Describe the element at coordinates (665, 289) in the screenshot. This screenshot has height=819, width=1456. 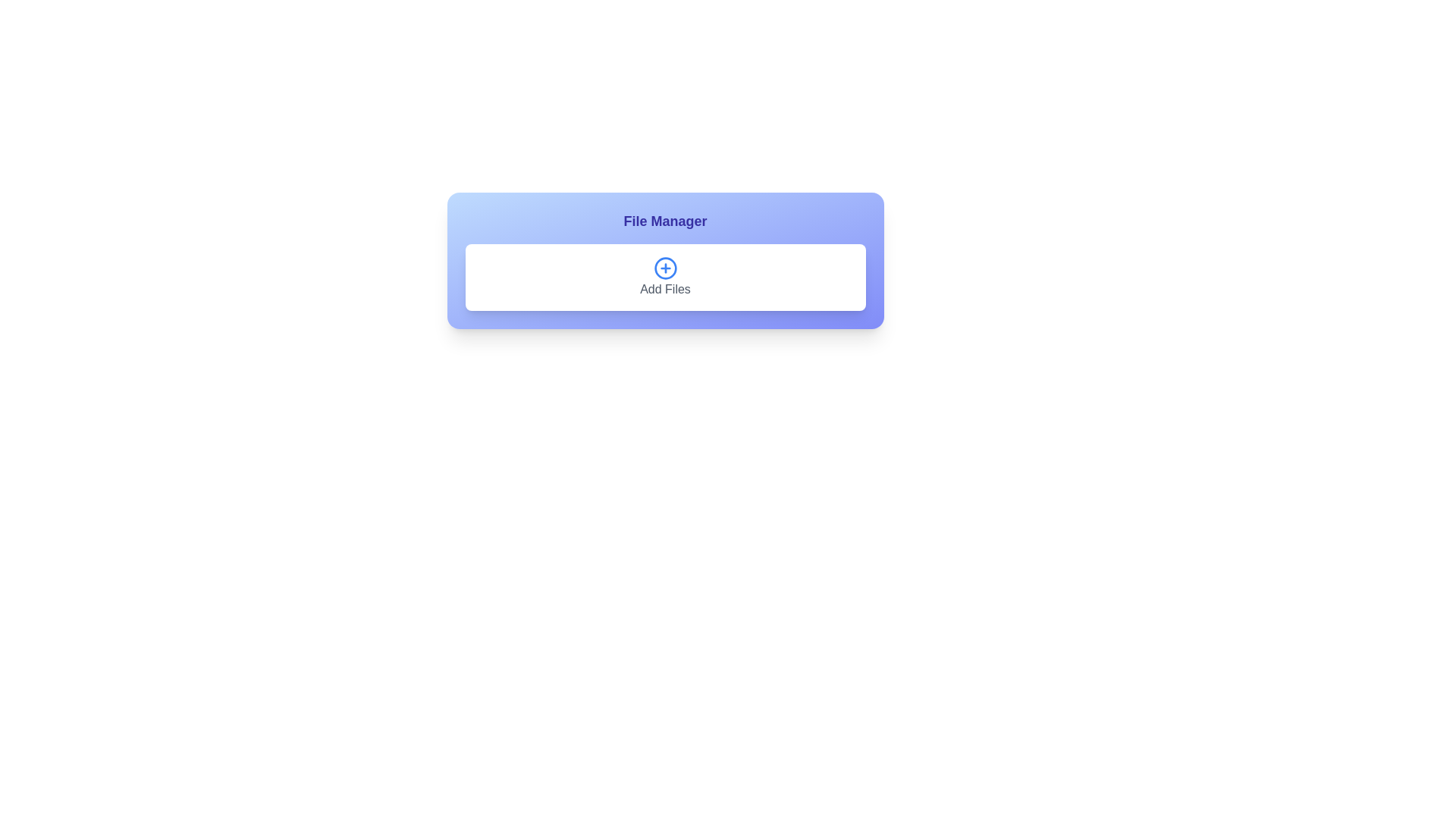
I see `the 'Add Files' text label, which is styled in gray and located below a circular '+' icon in the 'File Manager' section` at that location.